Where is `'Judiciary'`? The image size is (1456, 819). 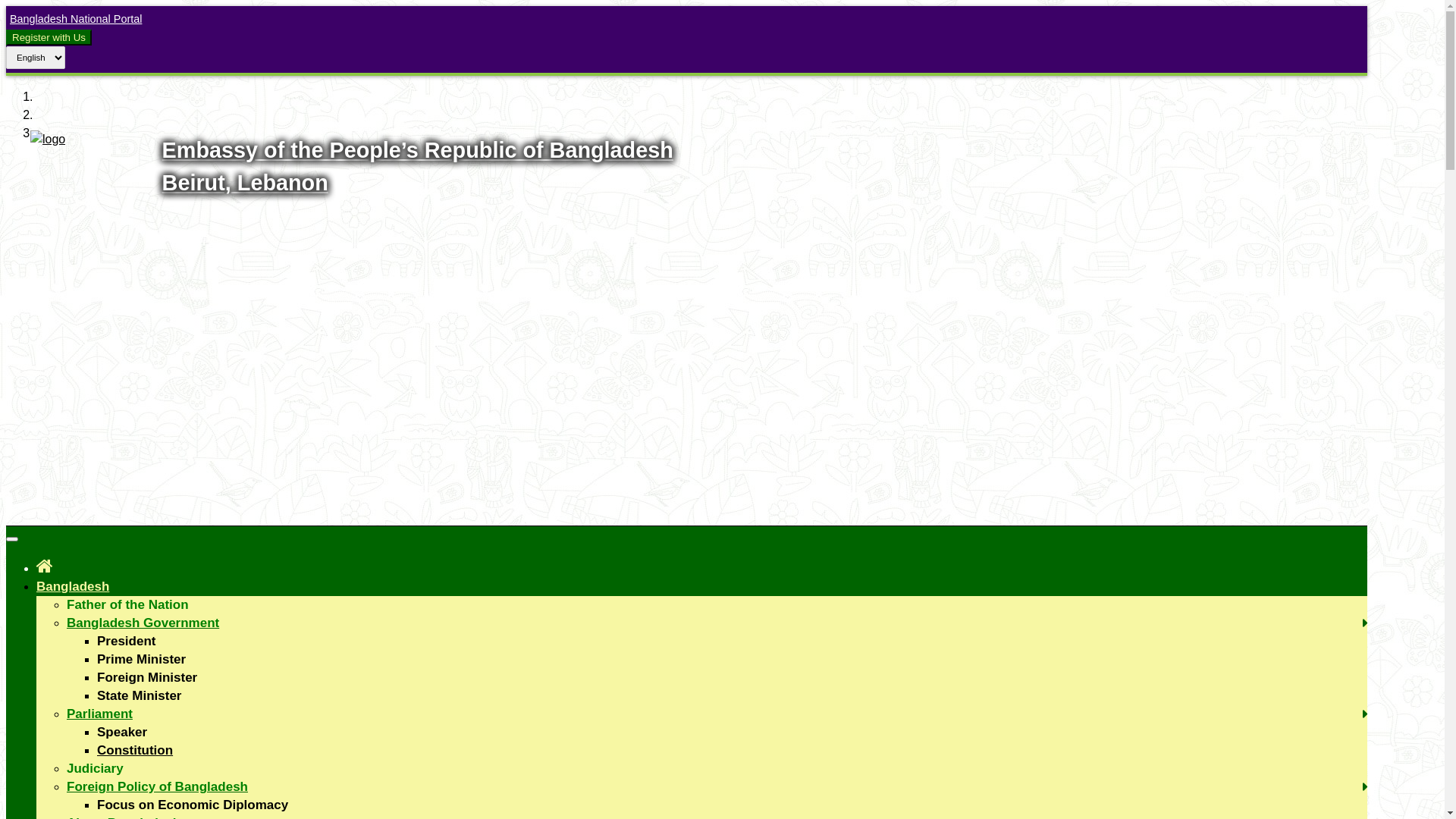 'Judiciary' is located at coordinates (65, 768).